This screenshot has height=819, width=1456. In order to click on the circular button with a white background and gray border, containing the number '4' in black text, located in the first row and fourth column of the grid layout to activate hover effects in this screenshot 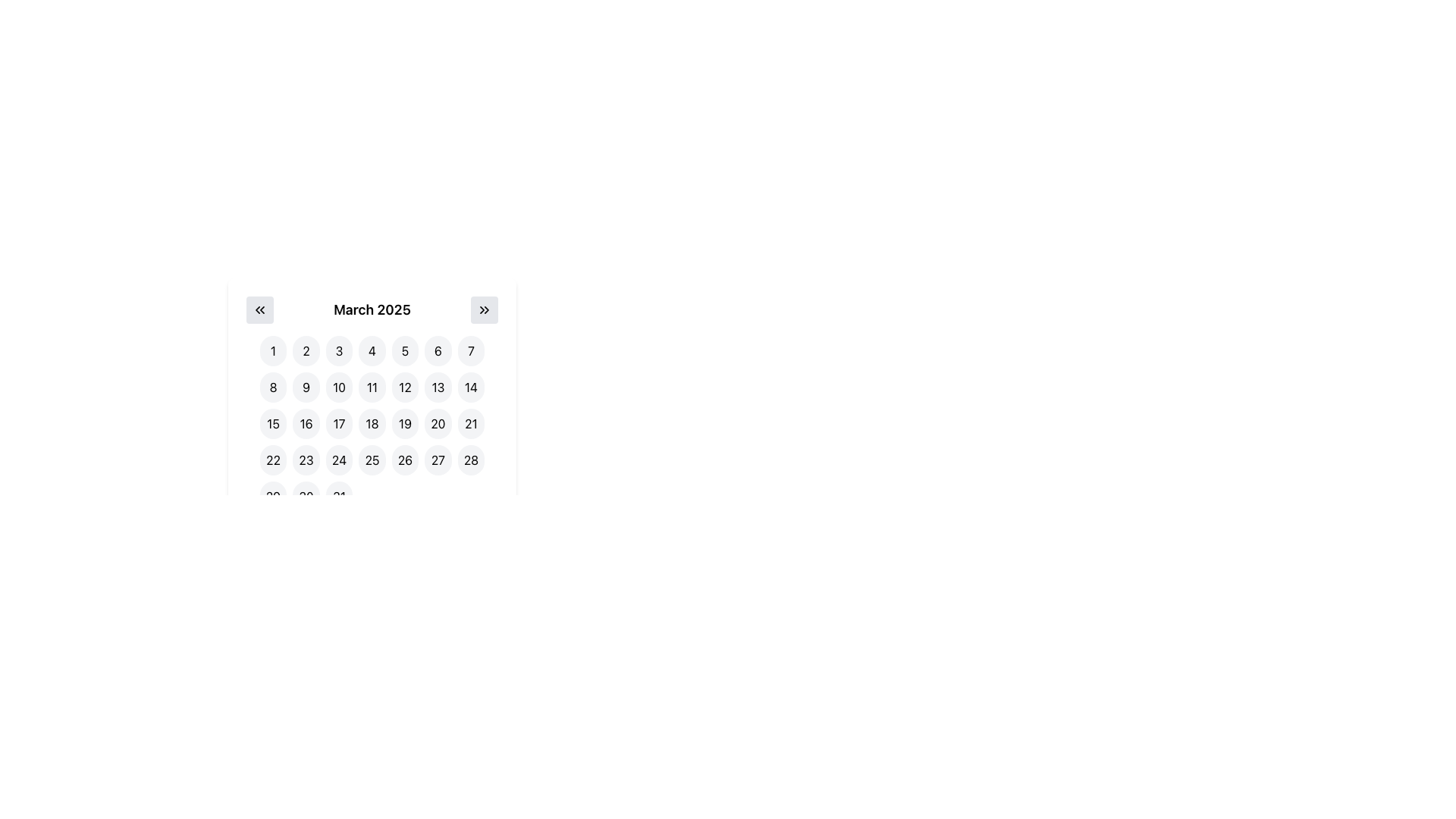, I will do `click(372, 350)`.